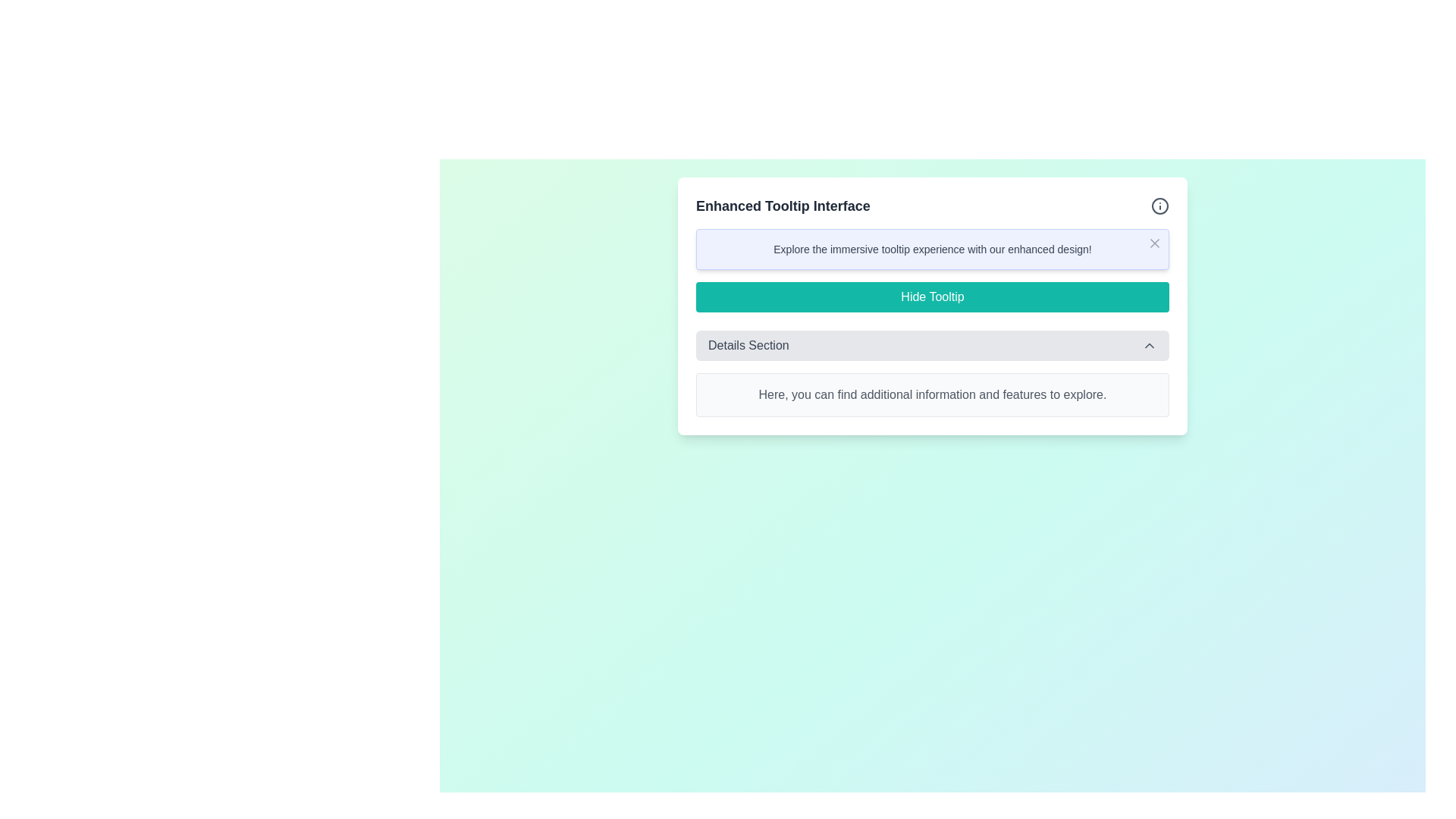 This screenshot has height=819, width=1456. I want to click on the 'Hide Tooltip' button, which is a horizontally centered rectangular button with rounded corners and a solid teal background, containing white bold text, so click(931, 306).